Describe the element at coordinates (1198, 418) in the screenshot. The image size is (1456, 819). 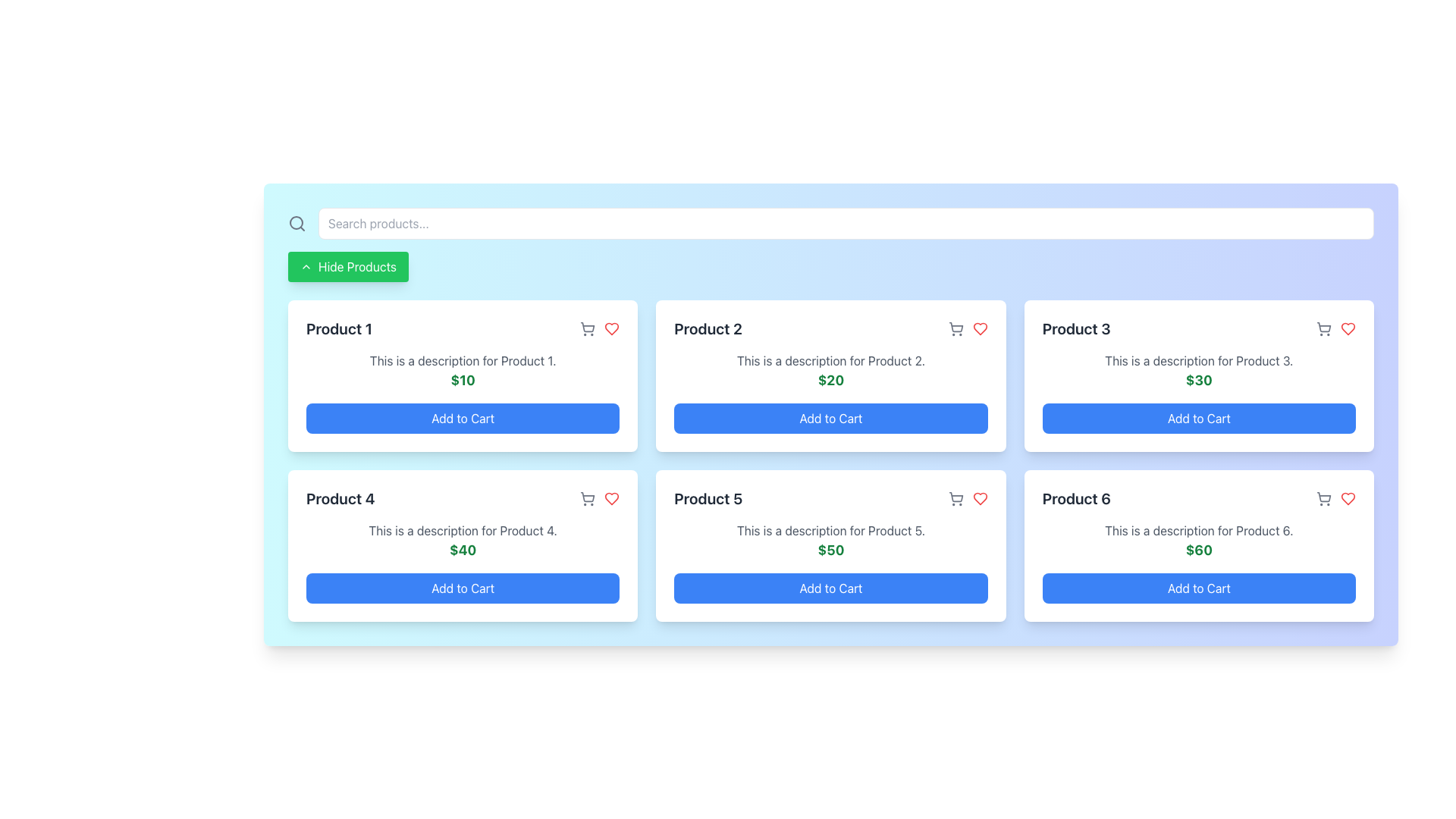
I see `the button located at the bottom of the card for 'Product 3'` at that location.